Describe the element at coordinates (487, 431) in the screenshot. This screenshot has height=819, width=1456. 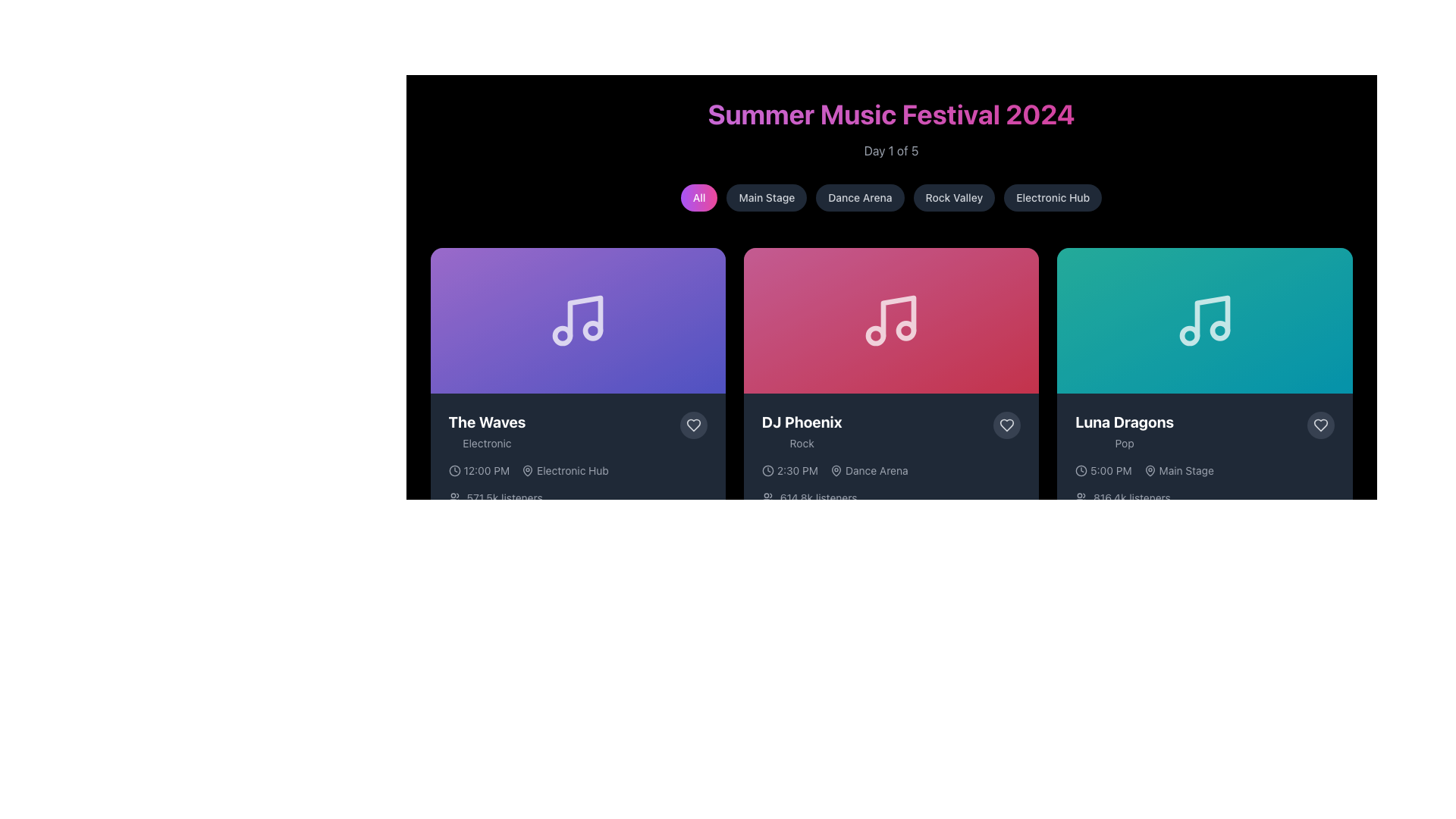
I see `static text display element that shows 'The Waves' in bold white and 'Electronic' in smaller gray, located in the lower section of the first card on the leftmost side of the interface` at that location.